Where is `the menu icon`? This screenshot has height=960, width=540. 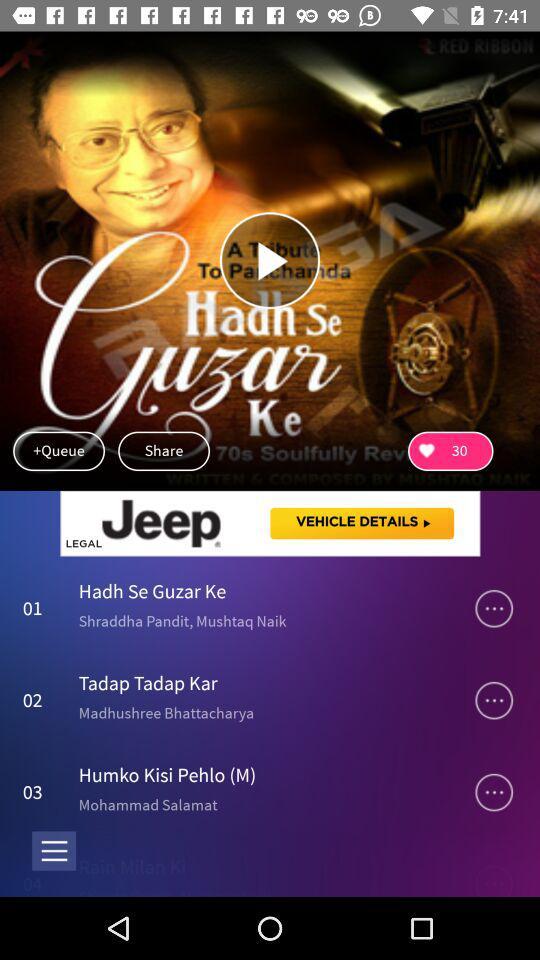
the menu icon is located at coordinates (54, 856).